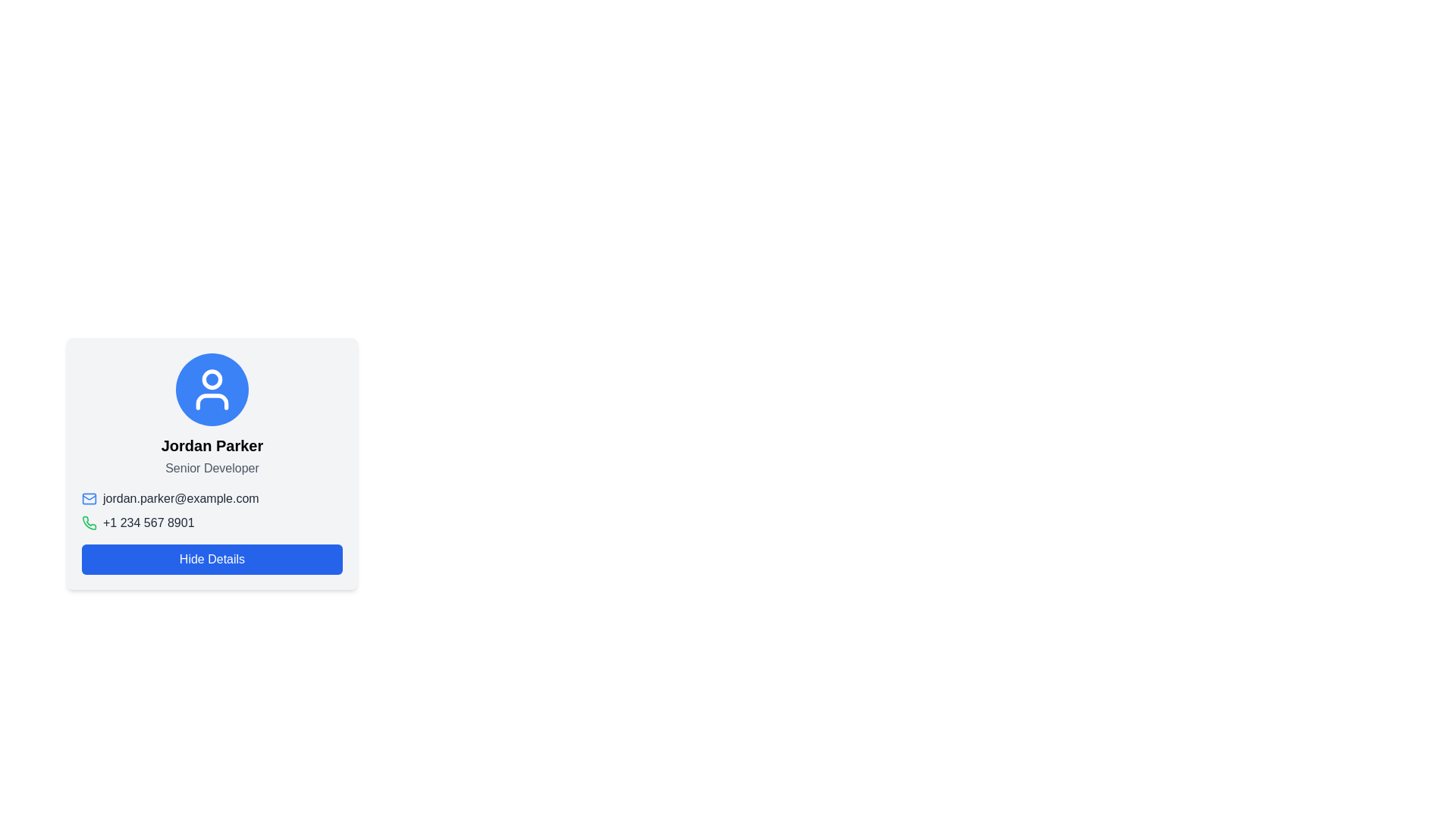 This screenshot has width=1456, height=819. I want to click on the green outlined phone icon located in the lower part of the contact card to initiate a phone call, so click(89, 522).